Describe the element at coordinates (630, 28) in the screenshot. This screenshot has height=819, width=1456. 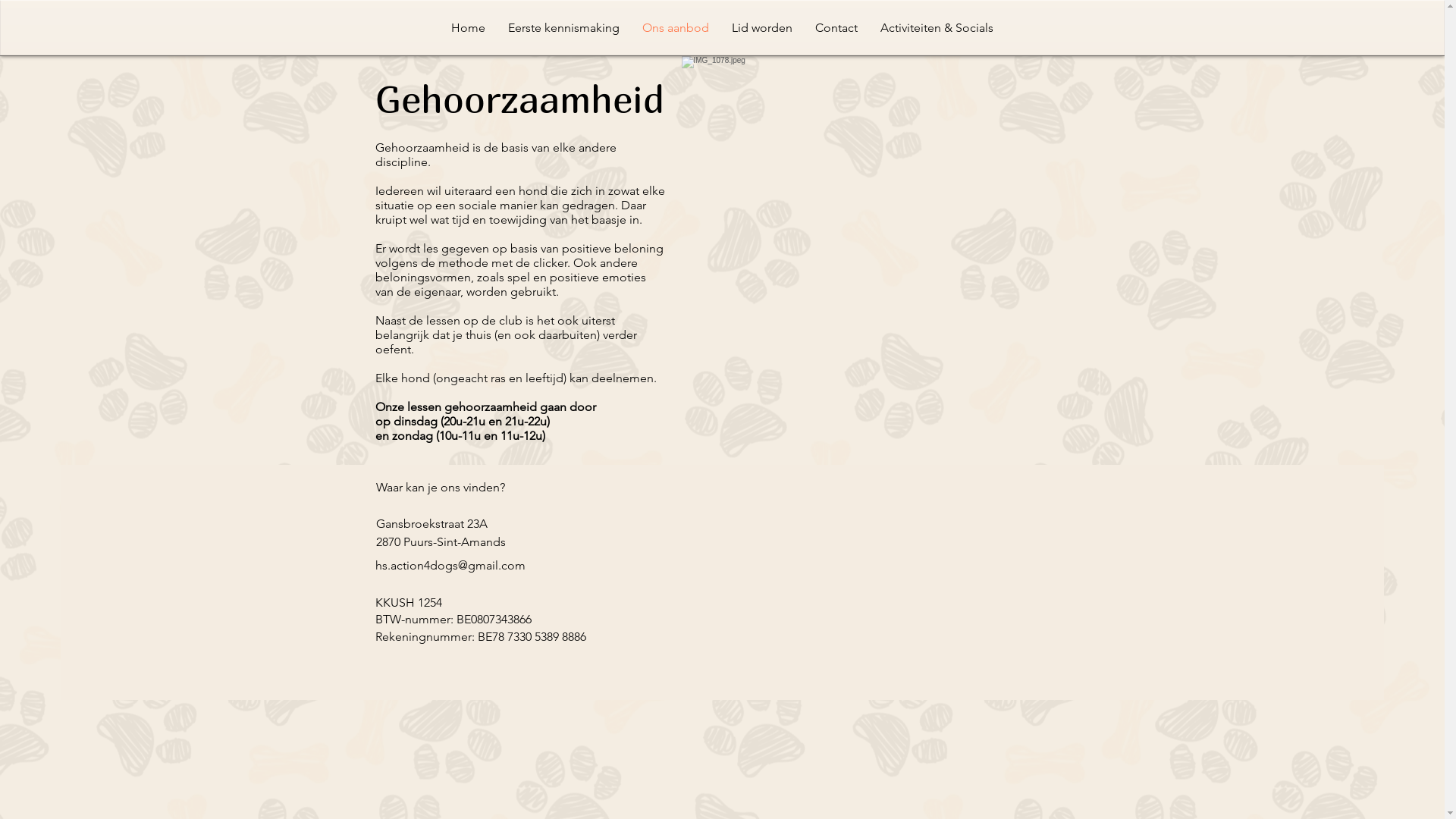
I see `'Ons aanbod'` at that location.